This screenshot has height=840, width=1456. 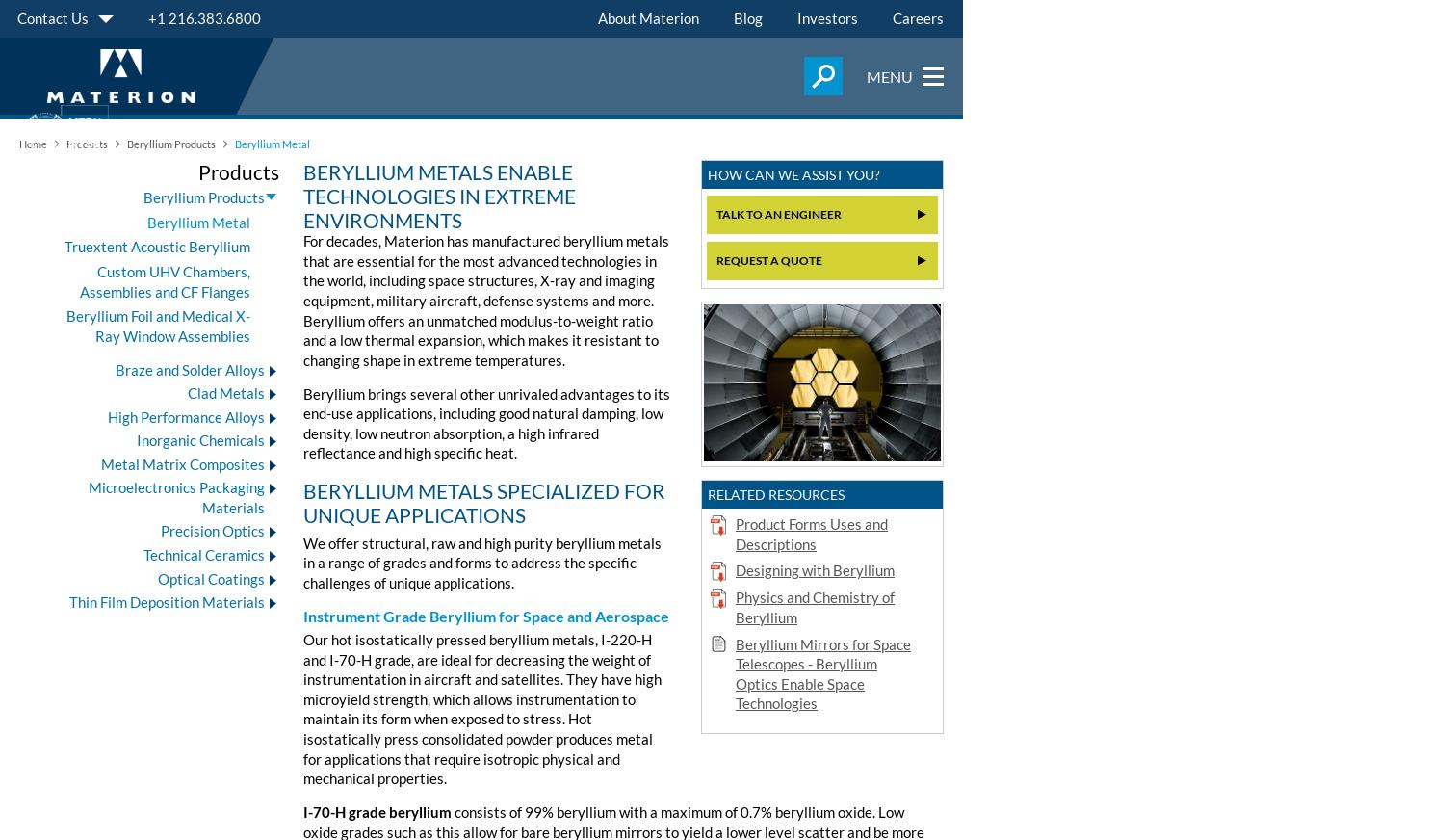 What do you see at coordinates (1034, 538) in the screenshot?
I see `'Businesses'` at bounding box center [1034, 538].